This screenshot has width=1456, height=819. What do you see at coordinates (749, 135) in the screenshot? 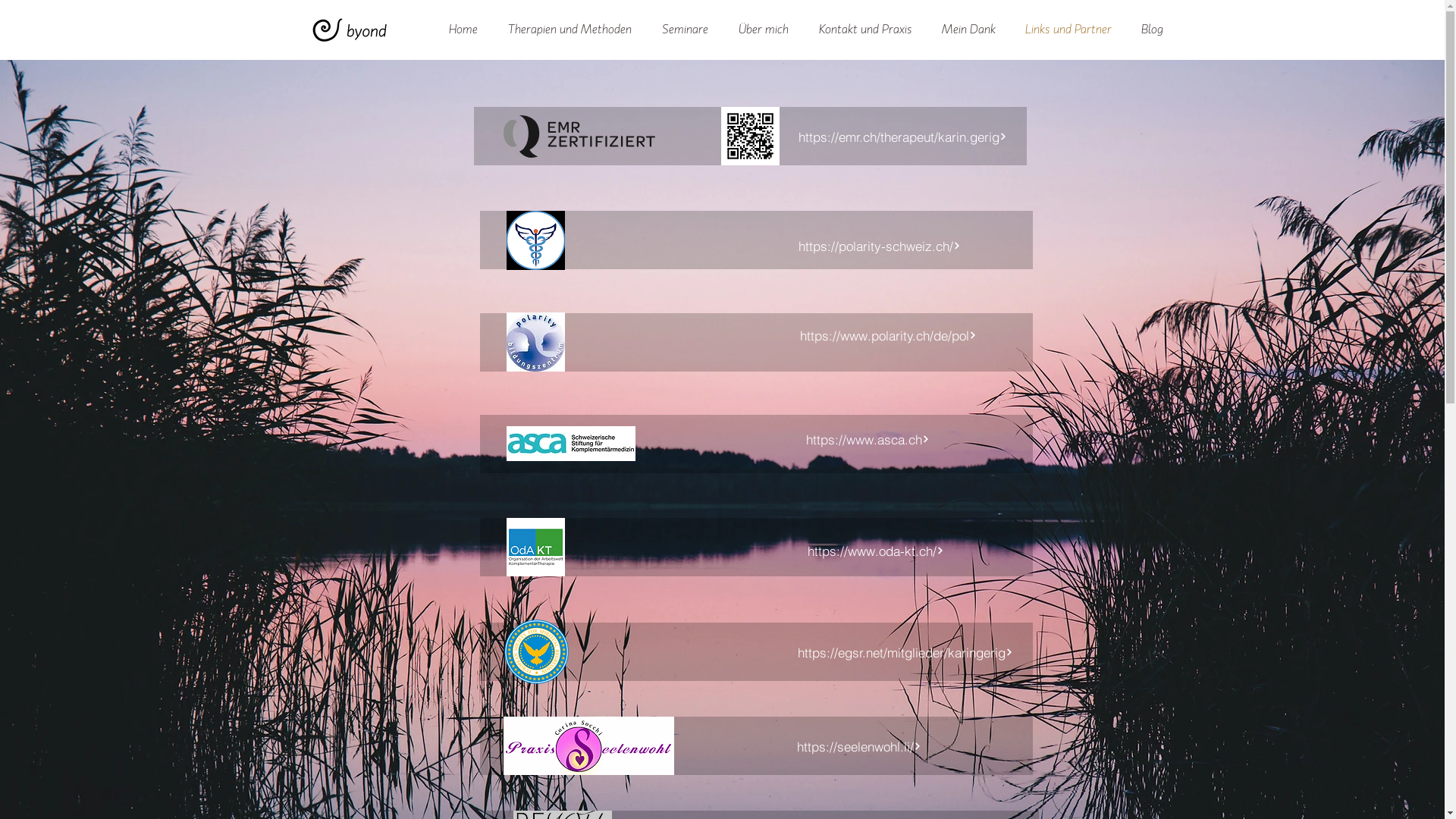
I see `'qr-code.png'` at bounding box center [749, 135].